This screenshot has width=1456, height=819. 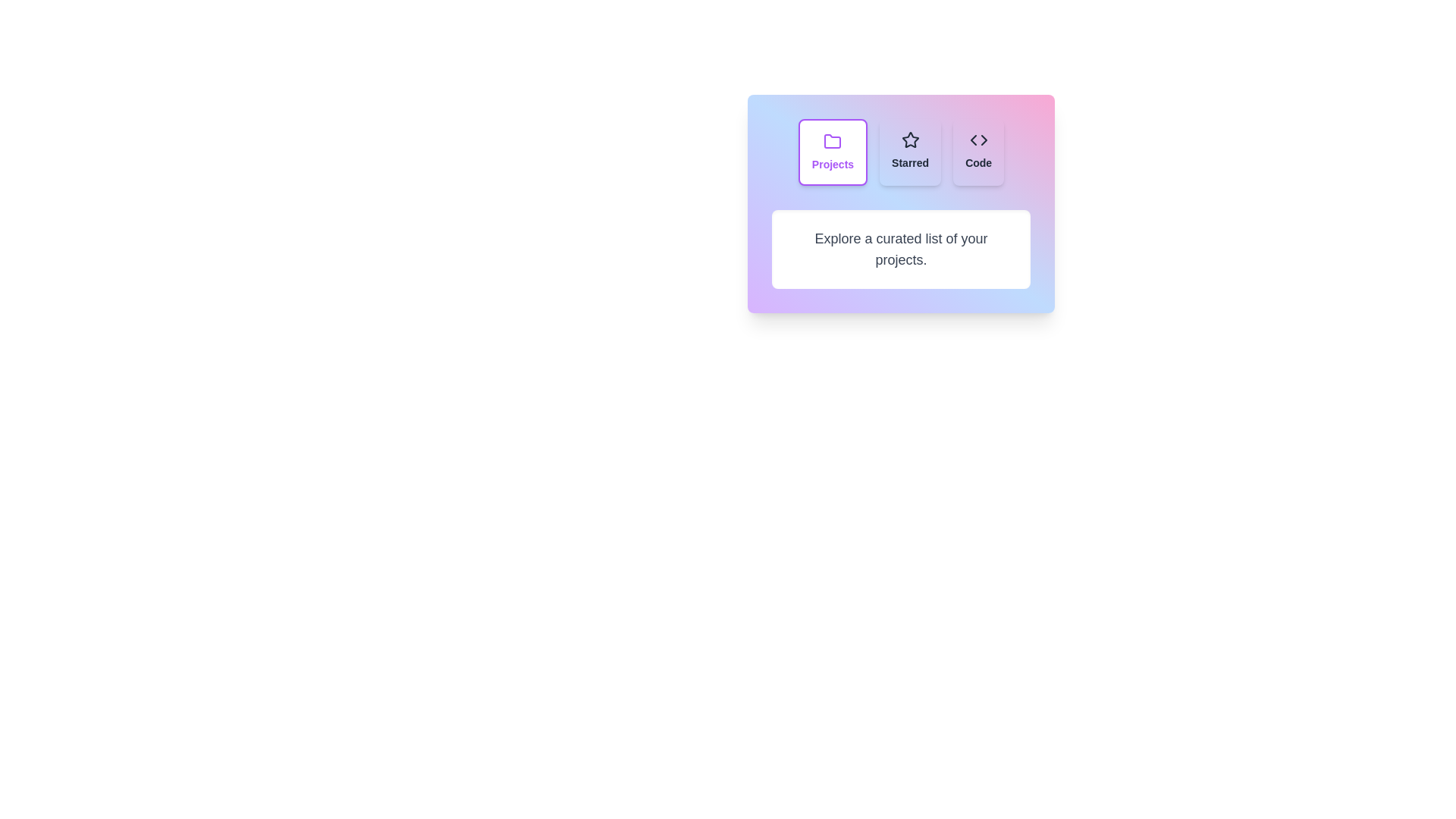 I want to click on the tab labeled Projects, so click(x=832, y=152).